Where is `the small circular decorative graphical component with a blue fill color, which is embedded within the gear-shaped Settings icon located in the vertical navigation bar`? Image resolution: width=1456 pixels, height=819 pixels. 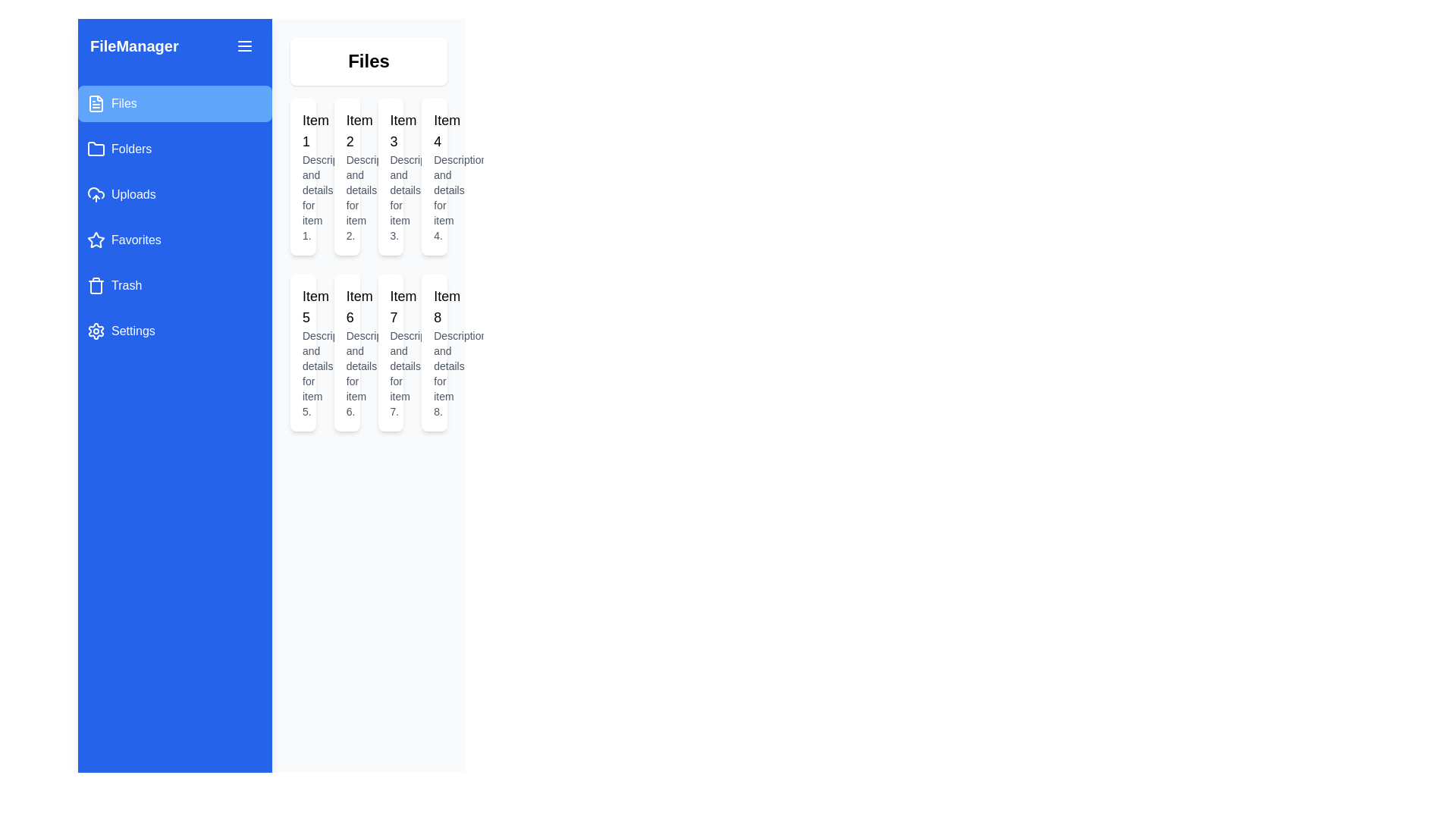
the small circular decorative graphical component with a blue fill color, which is embedded within the gear-shaped Settings icon located in the vertical navigation bar is located at coordinates (95, 330).